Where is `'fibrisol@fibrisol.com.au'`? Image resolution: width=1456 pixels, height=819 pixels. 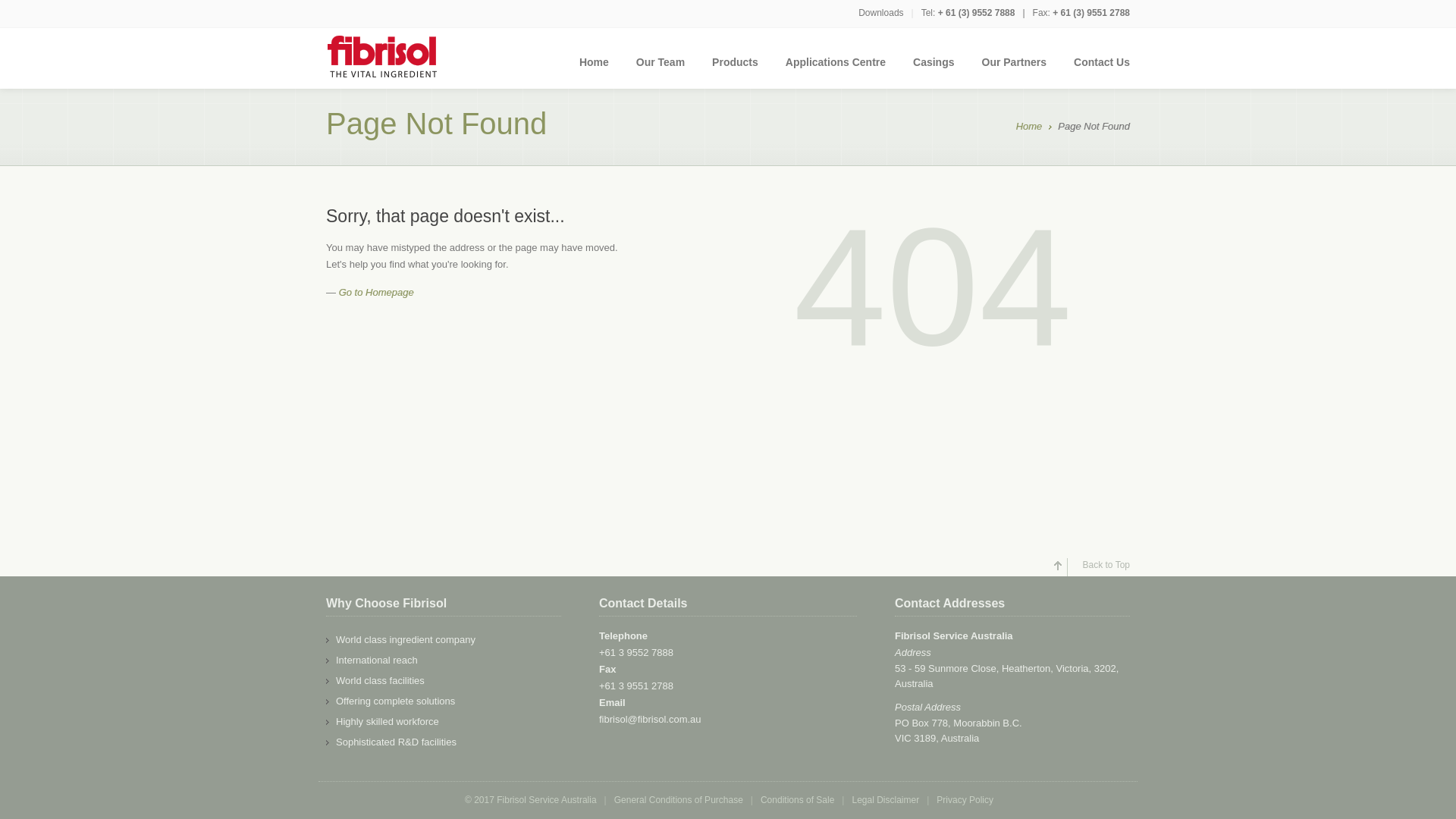
'fibrisol@fibrisol.com.au' is located at coordinates (650, 718).